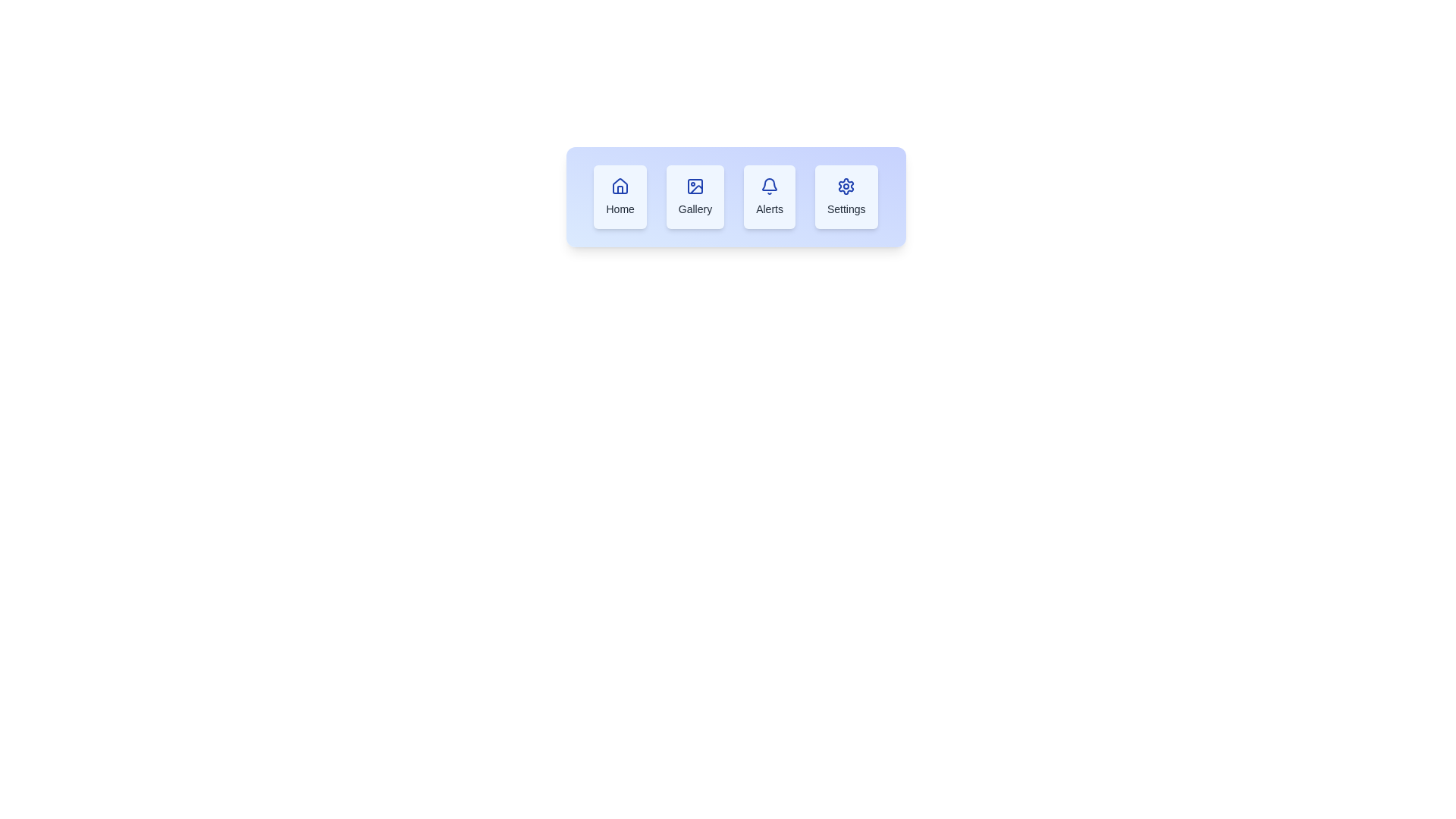 The width and height of the screenshot is (1456, 819). I want to click on the bell icon above the 'Alerts' text within the 'Alerts' button, so click(770, 186).